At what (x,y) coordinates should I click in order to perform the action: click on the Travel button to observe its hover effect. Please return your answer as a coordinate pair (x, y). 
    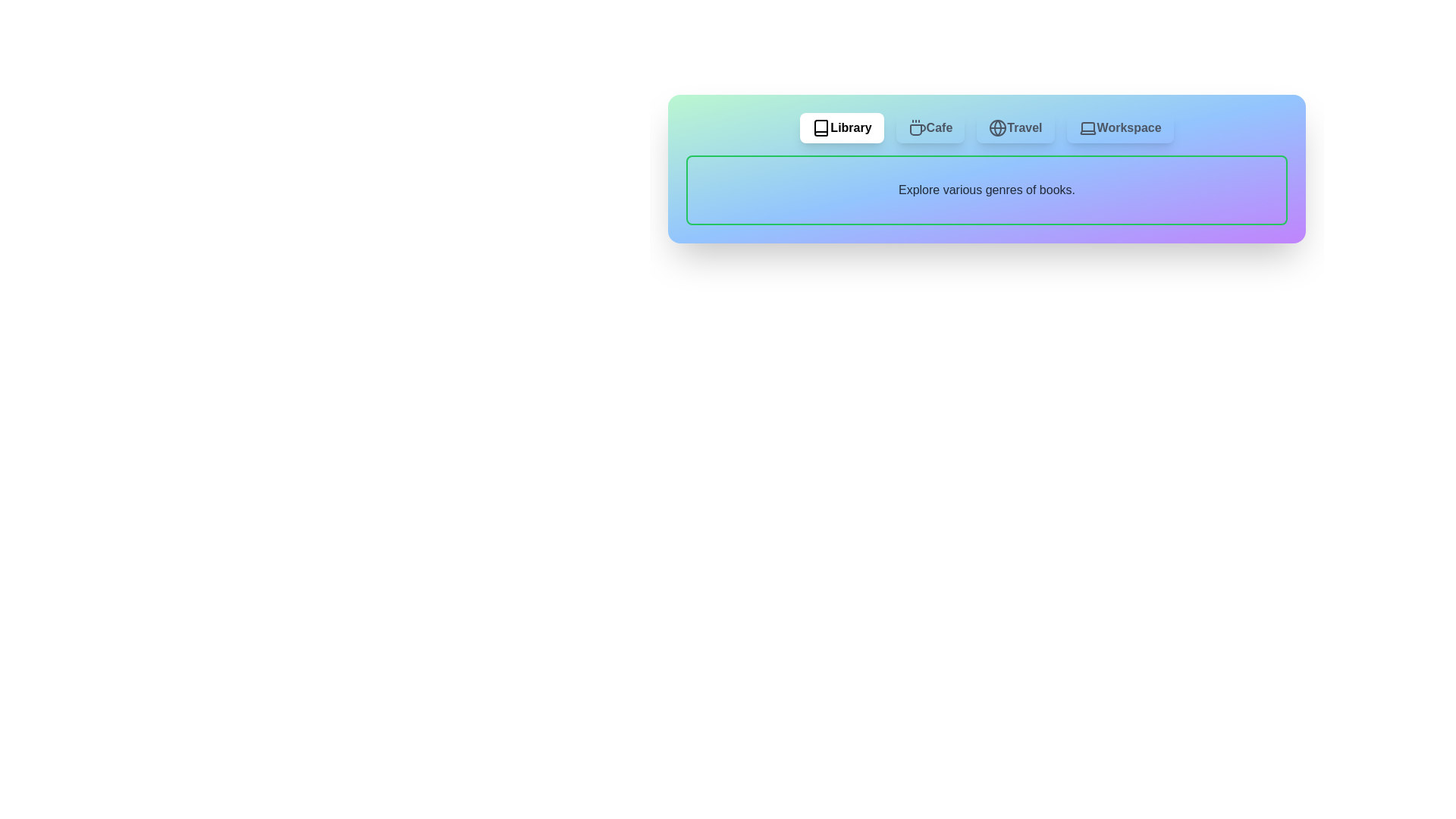
    Looking at the image, I should click on (1015, 127).